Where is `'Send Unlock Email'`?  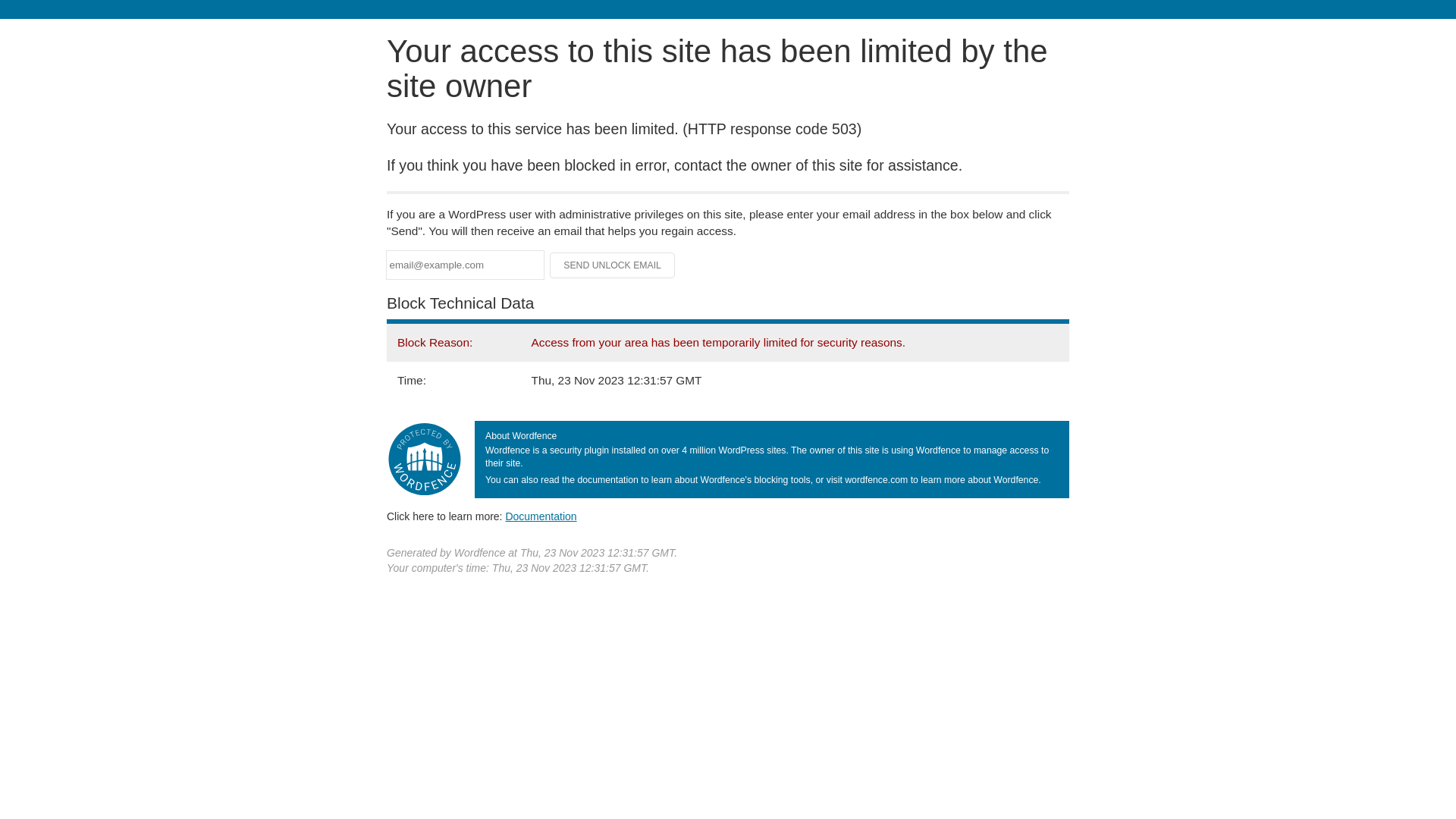
'Send Unlock Email' is located at coordinates (612, 265).